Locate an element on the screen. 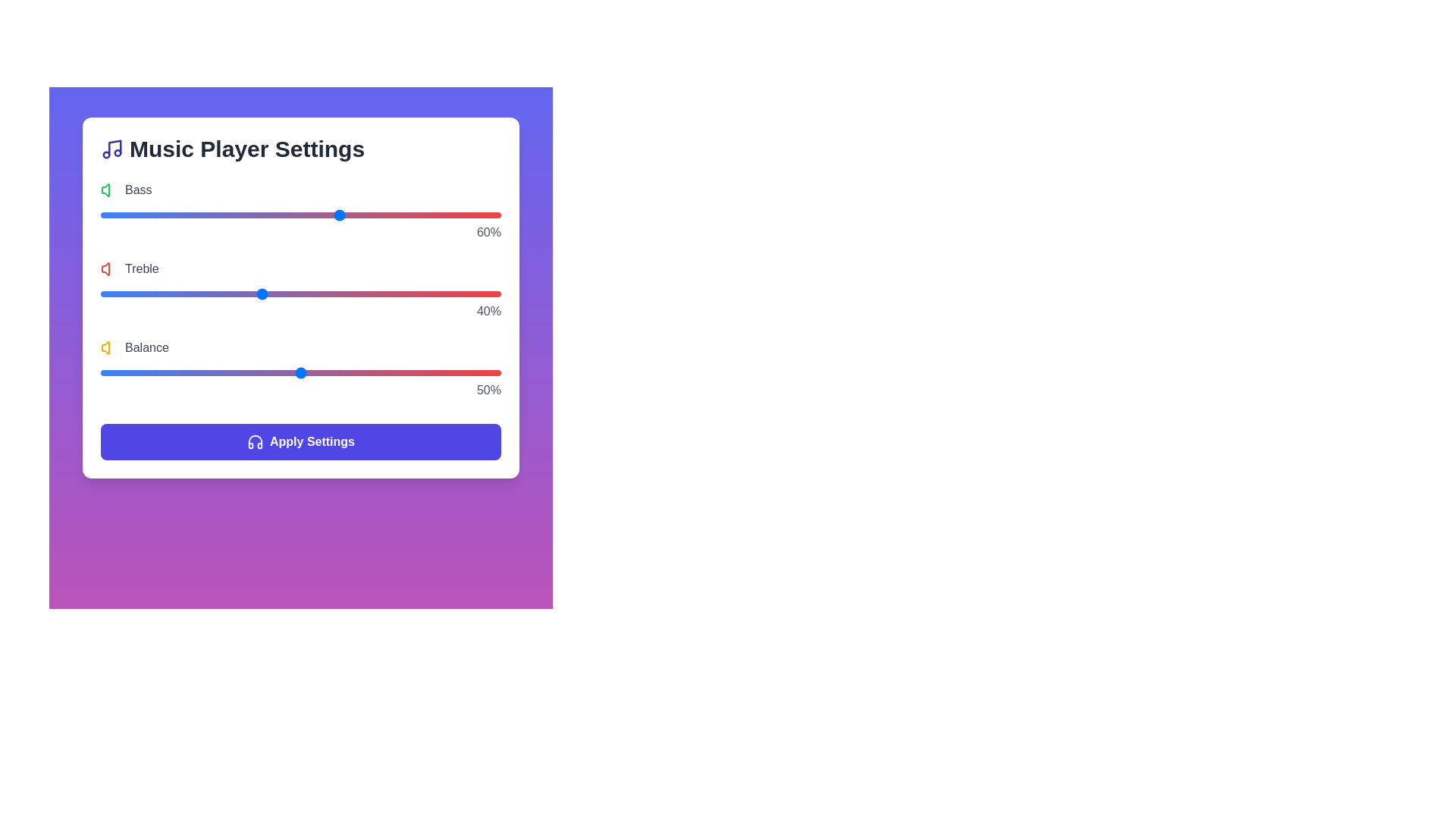 Image resolution: width=1456 pixels, height=819 pixels. the 0 slider to 50% is located at coordinates (301, 215).